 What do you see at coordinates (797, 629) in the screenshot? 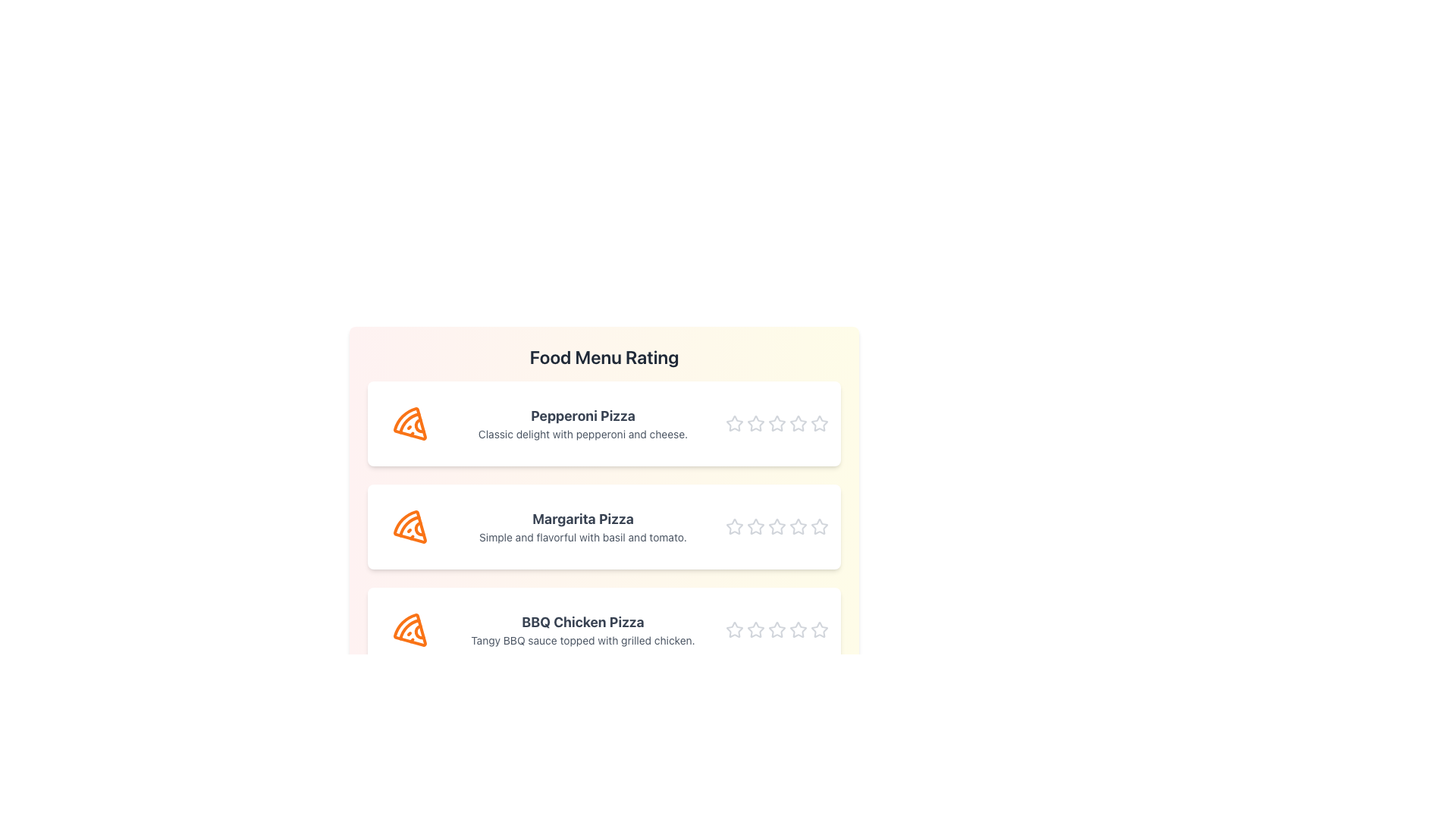
I see `the fourth star icon in the rating row for the 'BBQ Chicken Pizza' item` at bounding box center [797, 629].